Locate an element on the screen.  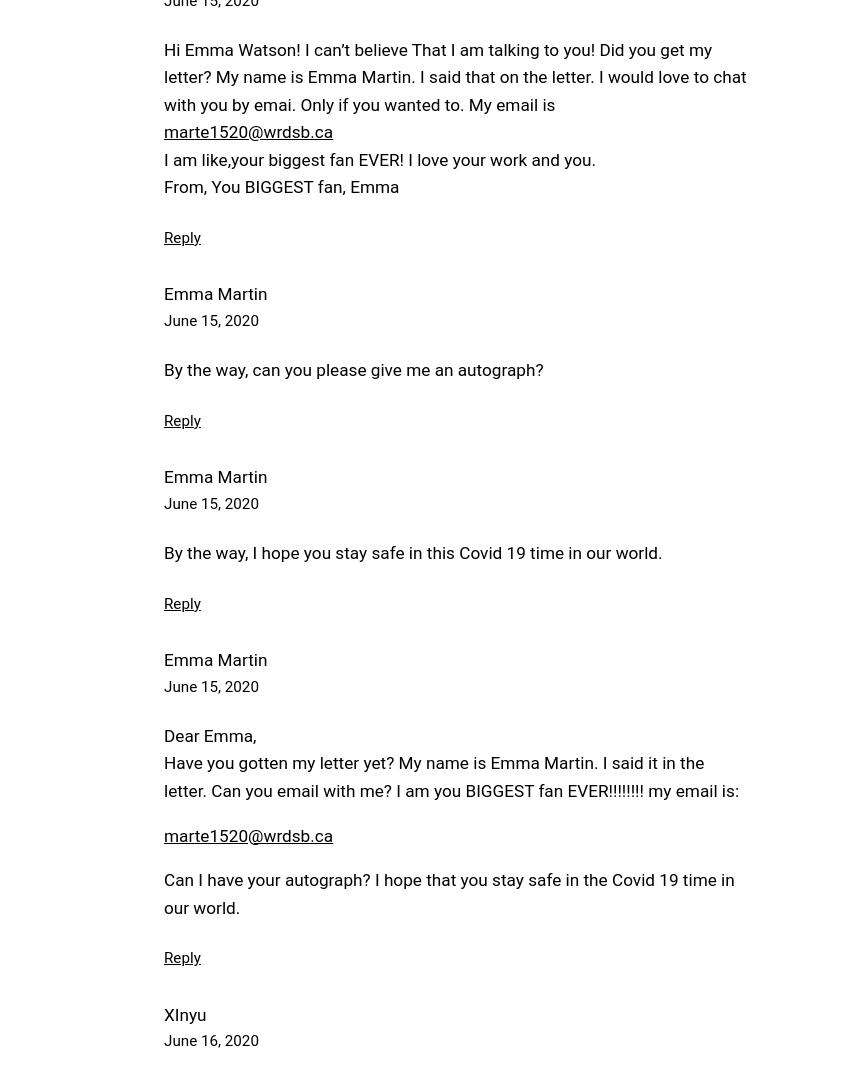
'I am like,your biggest fan EVER! I love your work and you.' is located at coordinates (163, 157).